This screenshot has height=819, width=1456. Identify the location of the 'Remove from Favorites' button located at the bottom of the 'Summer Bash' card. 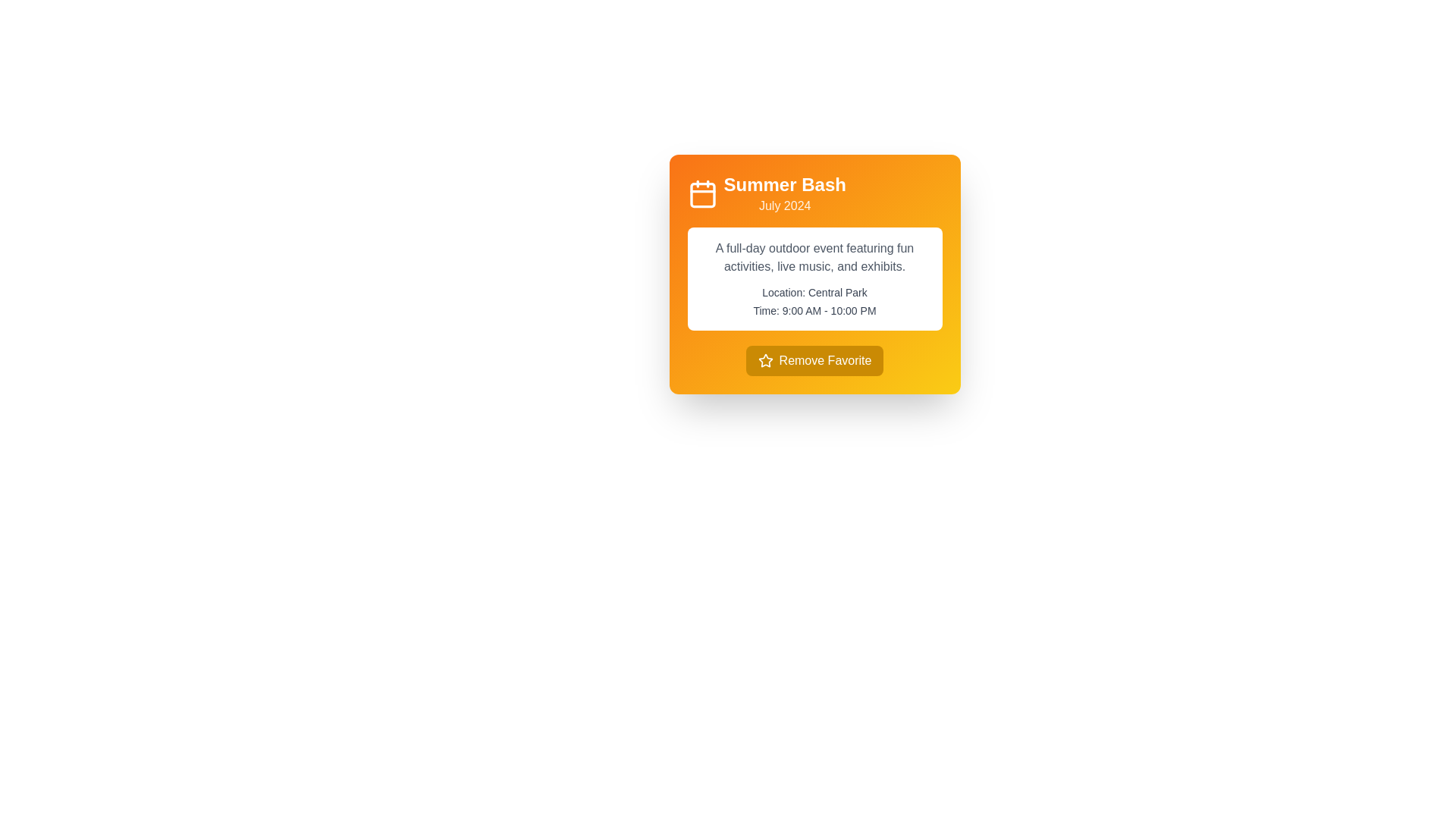
(814, 360).